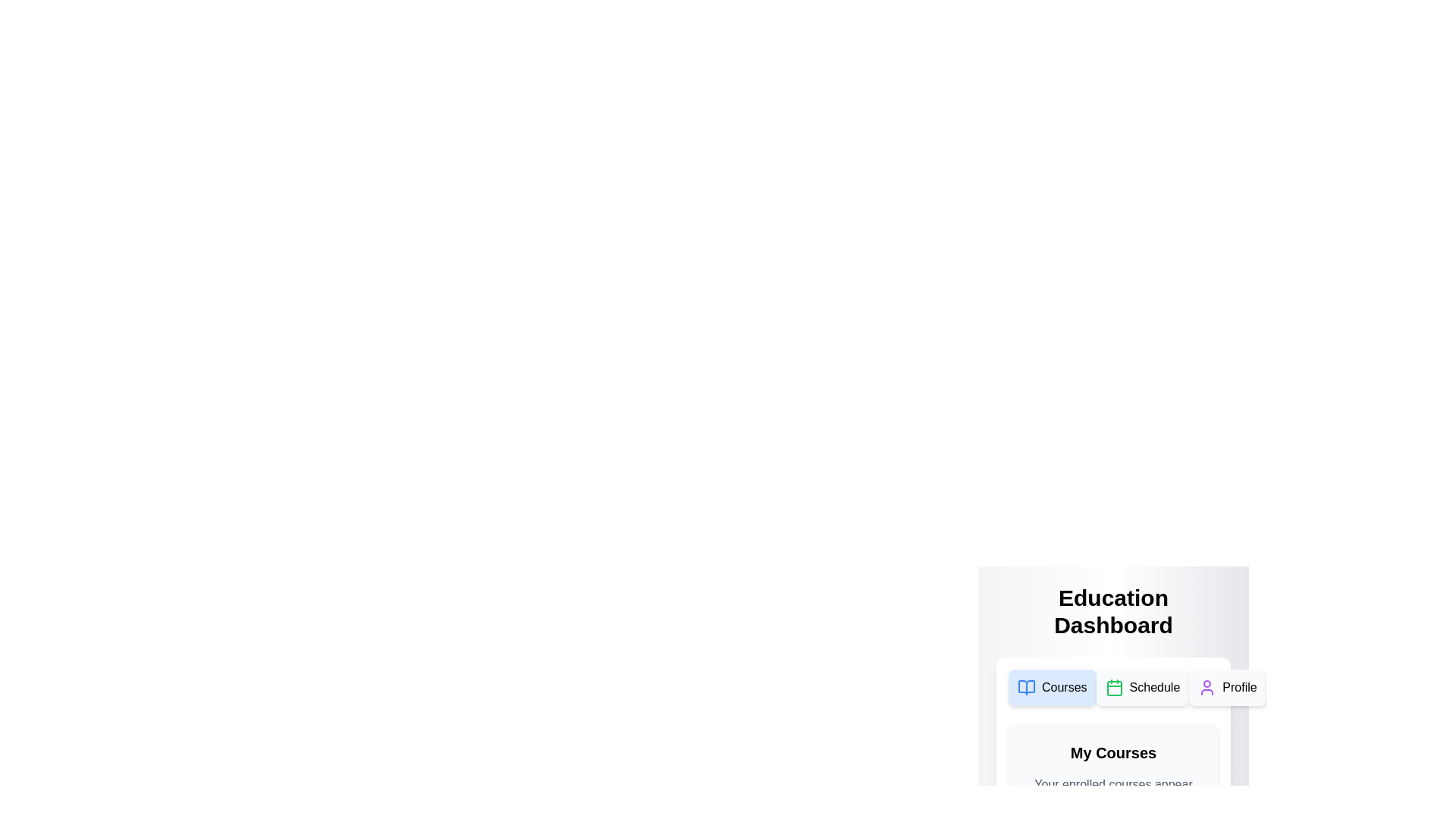  Describe the element at coordinates (1114, 687) in the screenshot. I see `the calendar icon within the 'Schedule' button` at that location.